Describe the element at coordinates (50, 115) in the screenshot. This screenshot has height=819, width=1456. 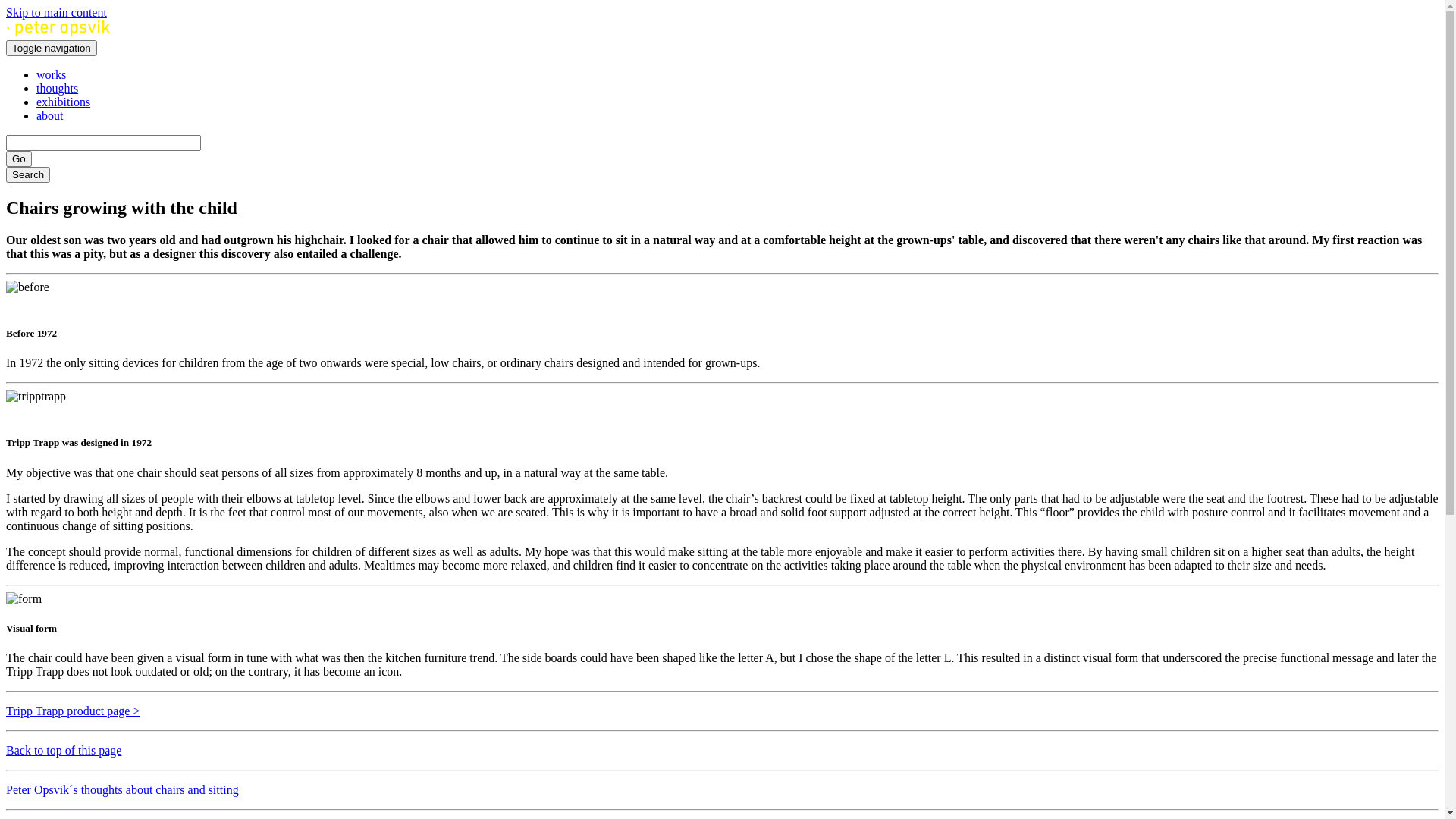
I see `'about'` at that location.